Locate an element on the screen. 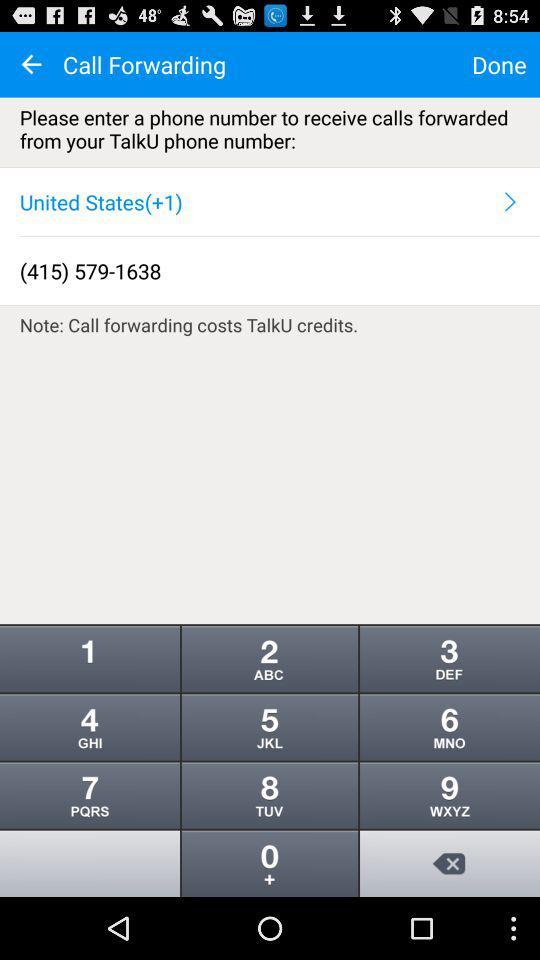  the more icon is located at coordinates (270, 850).